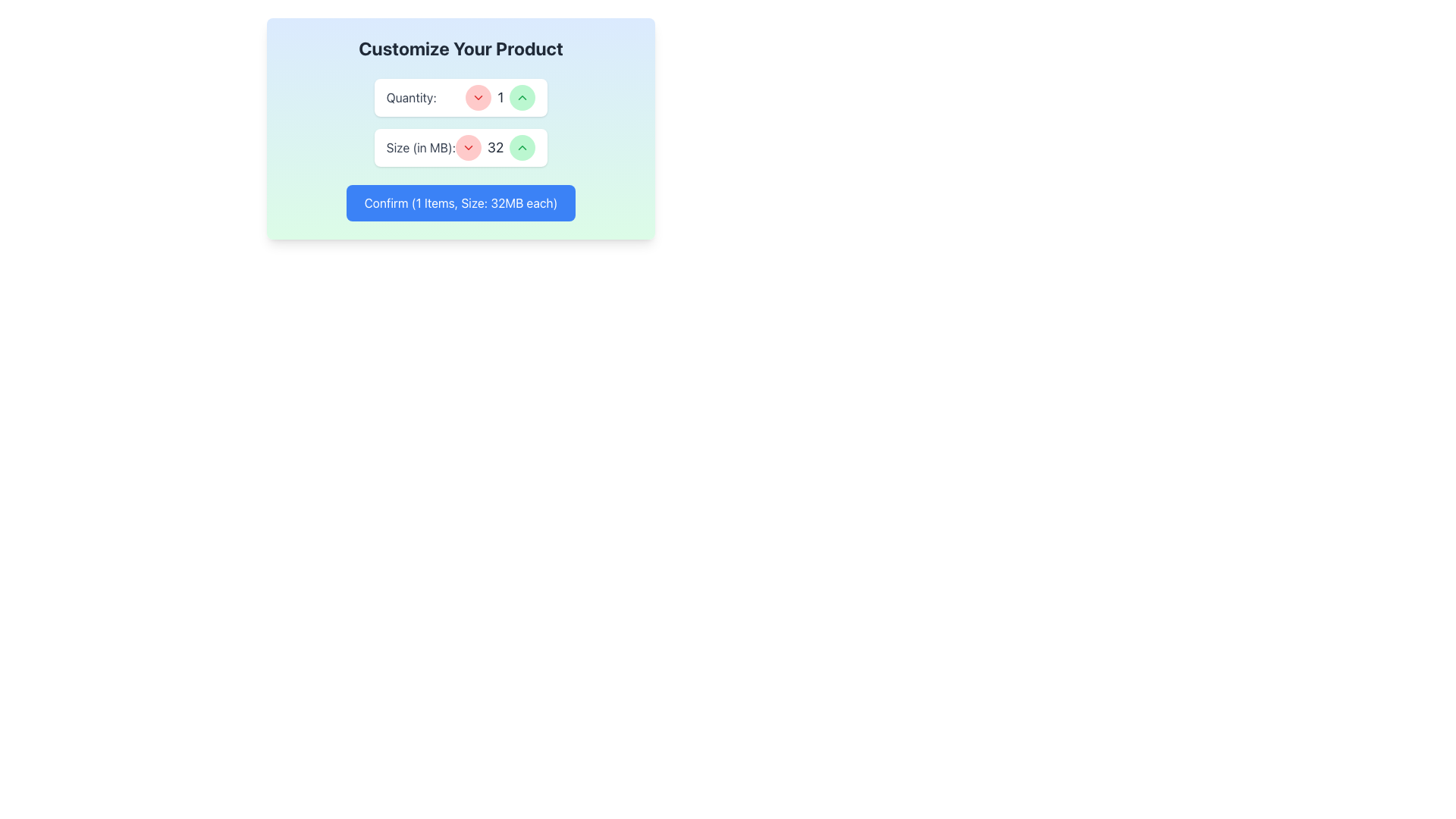  What do you see at coordinates (460, 148) in the screenshot?
I see `the green increment button on the Interactive Card labeled 'Size (in MB):' to increase the value from 32` at bounding box center [460, 148].